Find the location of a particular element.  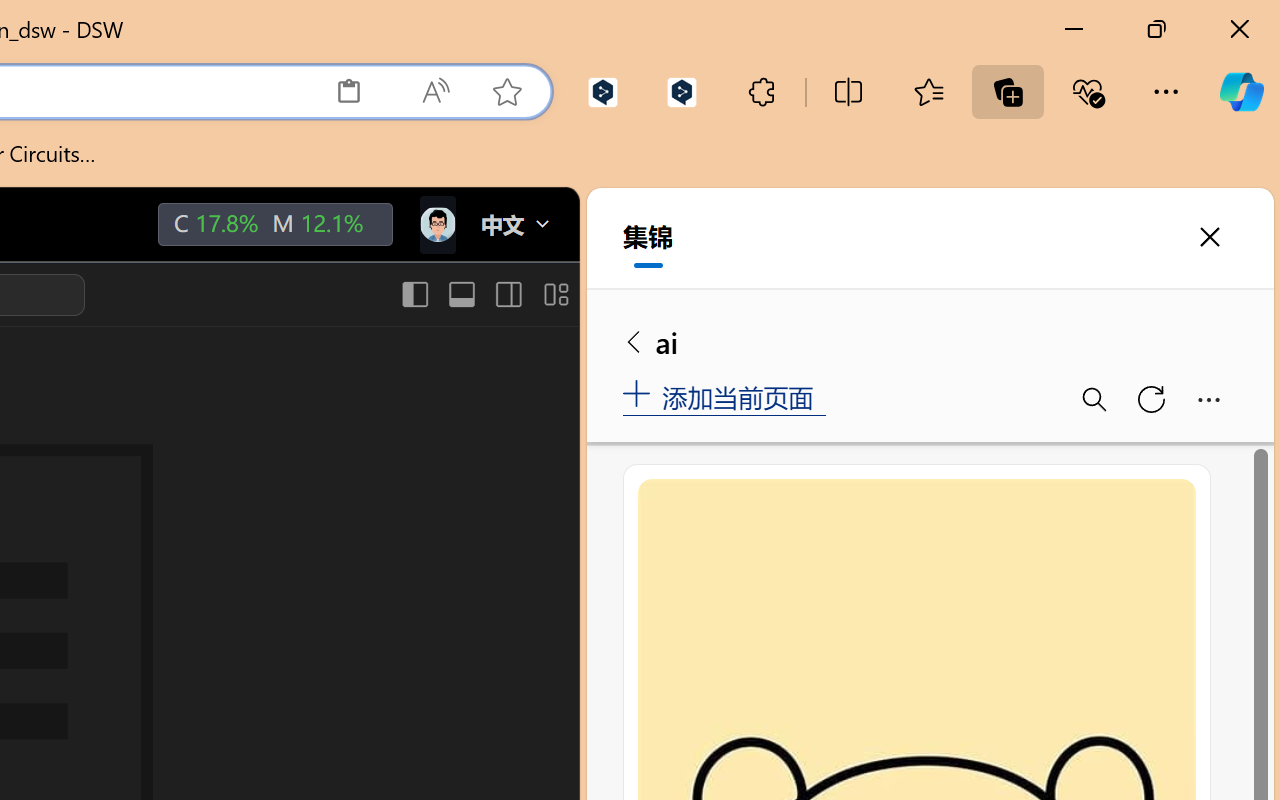

'Copilot (Ctrl+Shift+.)' is located at coordinates (1240, 91).